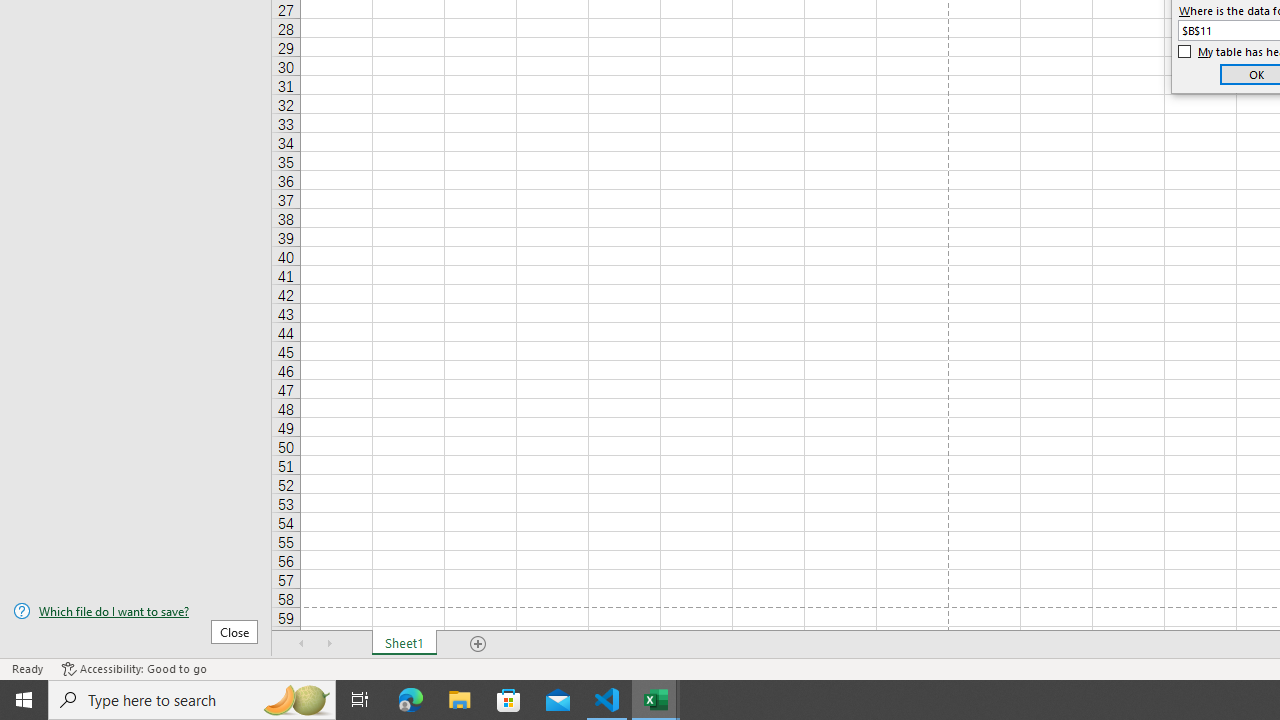 The height and width of the screenshot is (720, 1280). What do you see at coordinates (301, 644) in the screenshot?
I see `'Scroll Left'` at bounding box center [301, 644].